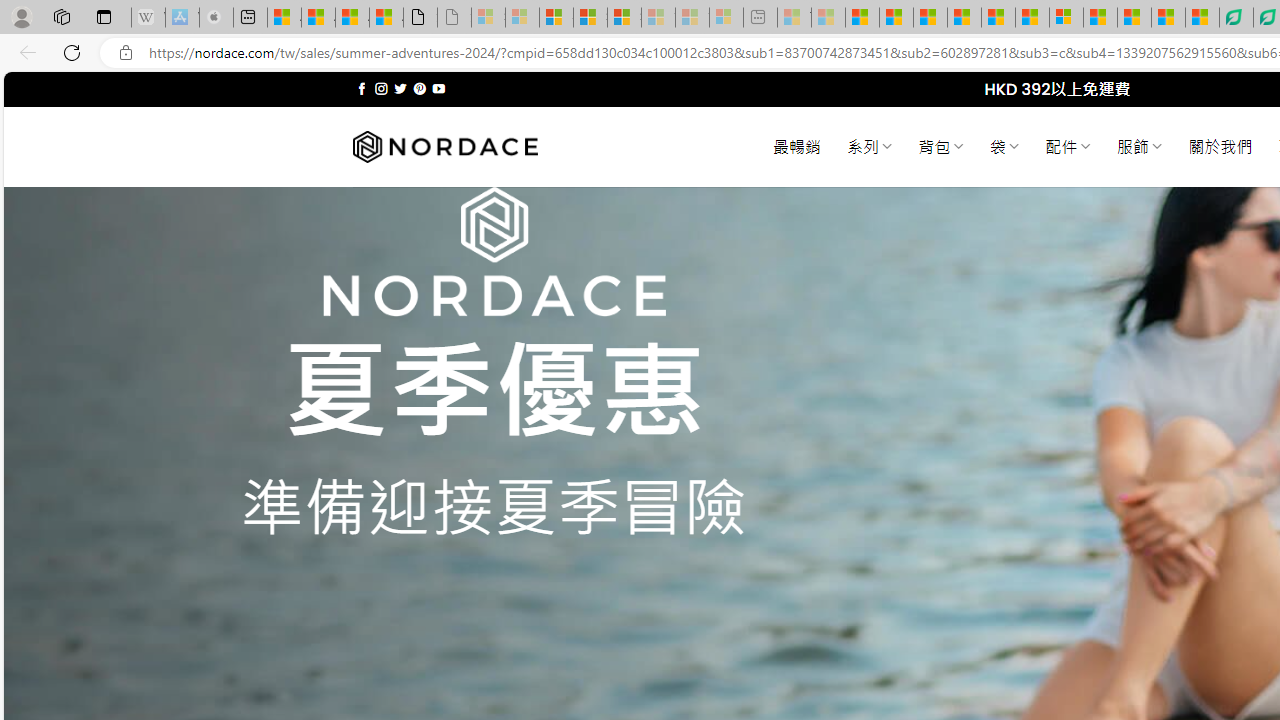  What do you see at coordinates (1032, 17) in the screenshot?
I see `'Foo BAR | Trusted Community Engagement and Contributions'` at bounding box center [1032, 17].